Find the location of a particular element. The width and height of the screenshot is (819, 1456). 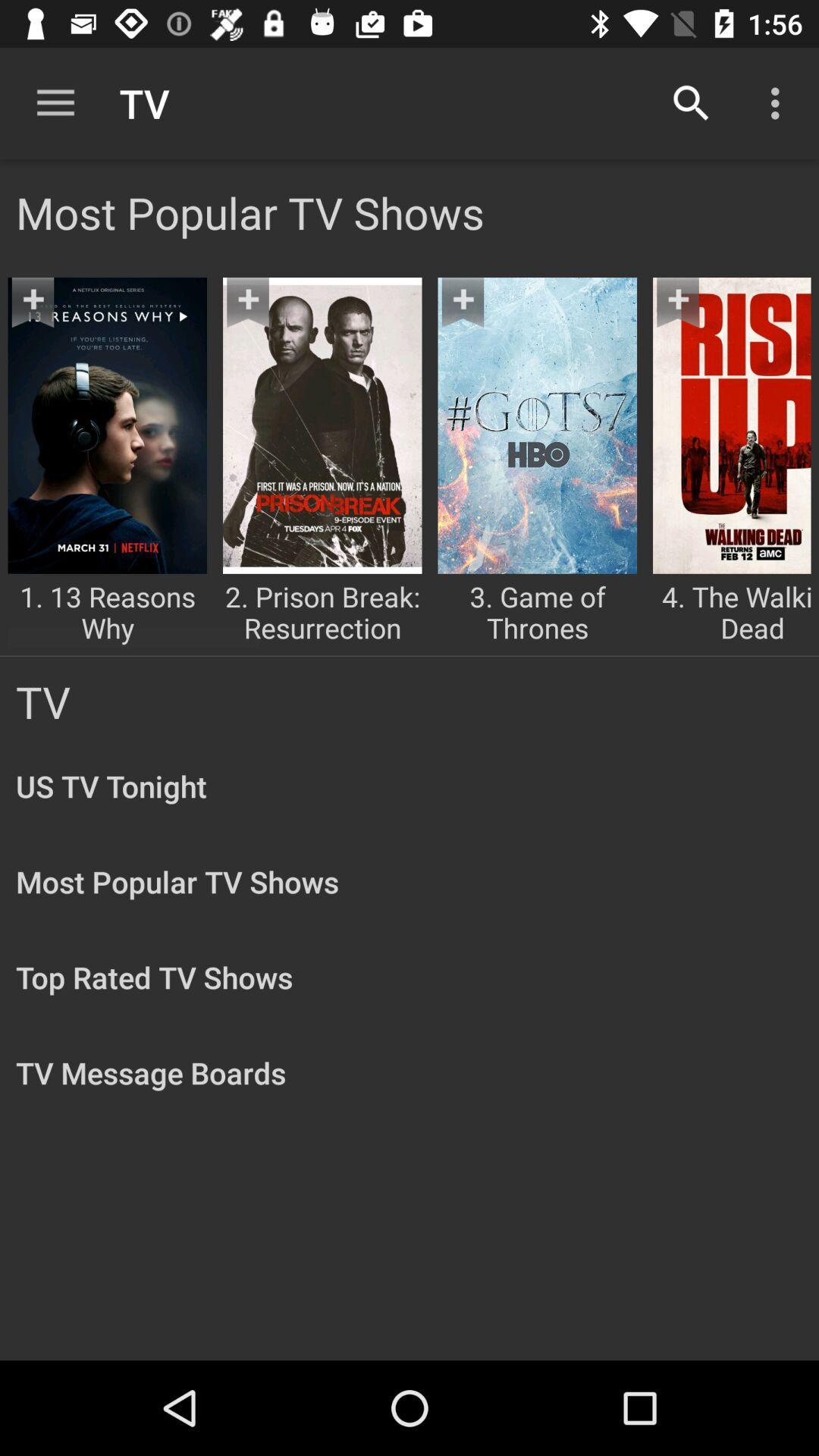

the bookmark icon is located at coordinates (46, 316).